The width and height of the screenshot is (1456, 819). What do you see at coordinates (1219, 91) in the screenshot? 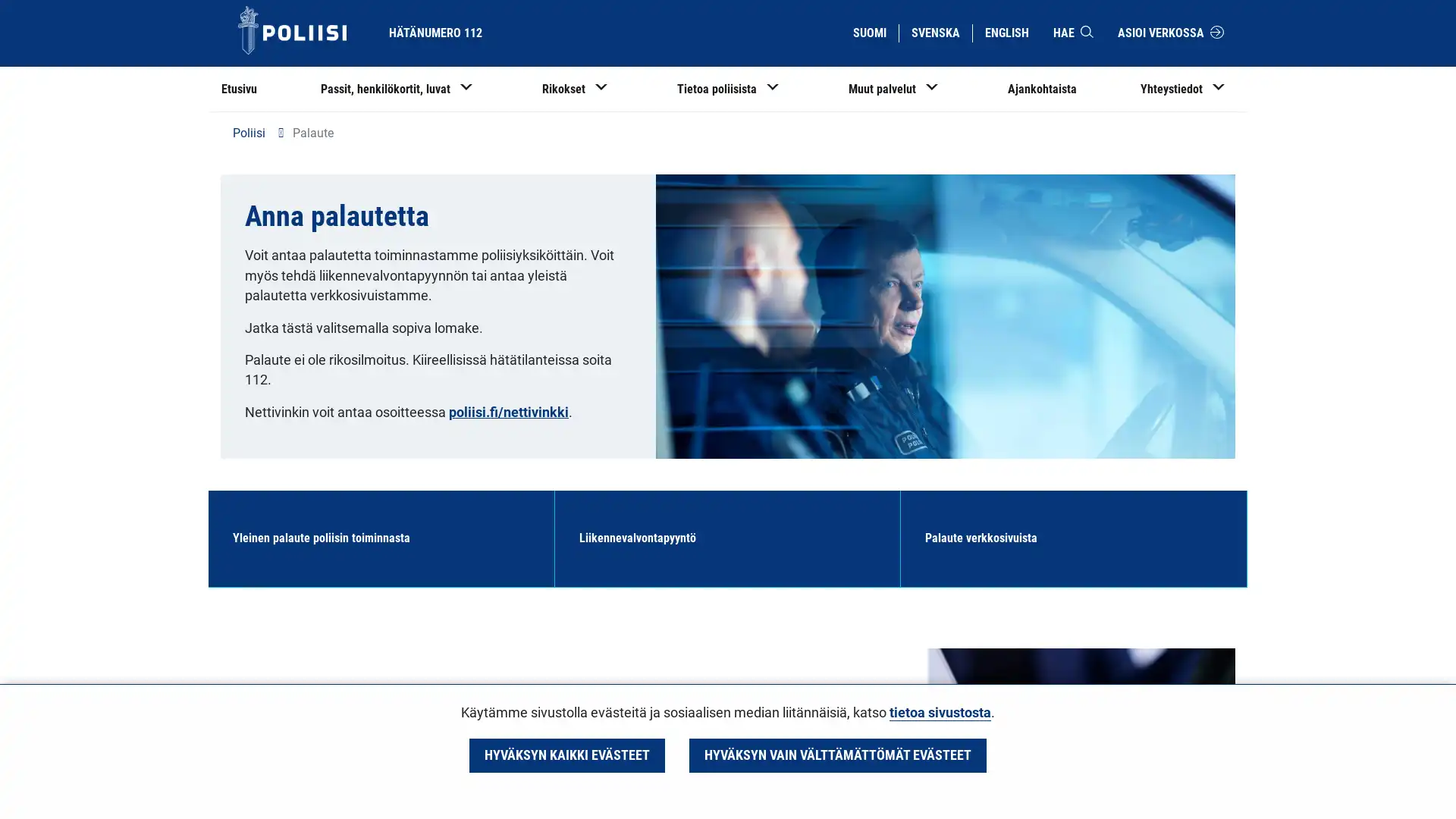
I see `Yhteystiedot -osion alavalikko` at bounding box center [1219, 91].